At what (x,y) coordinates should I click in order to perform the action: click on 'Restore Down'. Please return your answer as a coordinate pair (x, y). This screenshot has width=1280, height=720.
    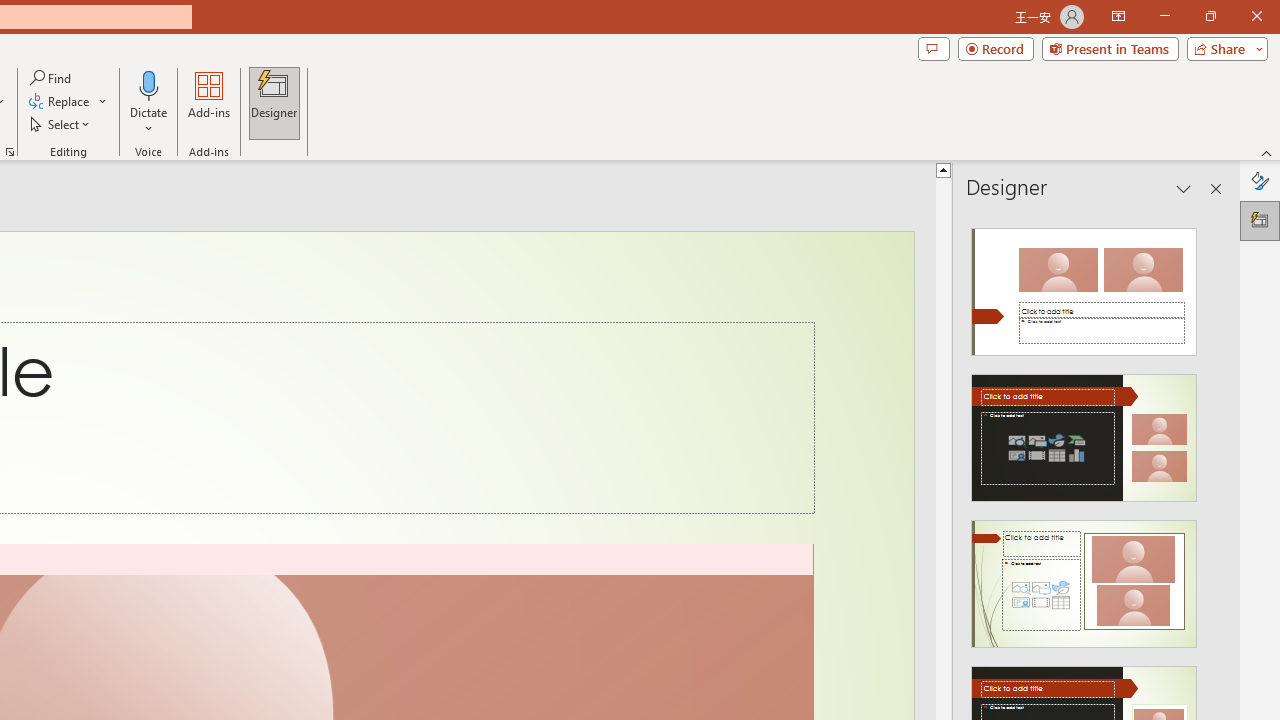
    Looking at the image, I should click on (1209, 16).